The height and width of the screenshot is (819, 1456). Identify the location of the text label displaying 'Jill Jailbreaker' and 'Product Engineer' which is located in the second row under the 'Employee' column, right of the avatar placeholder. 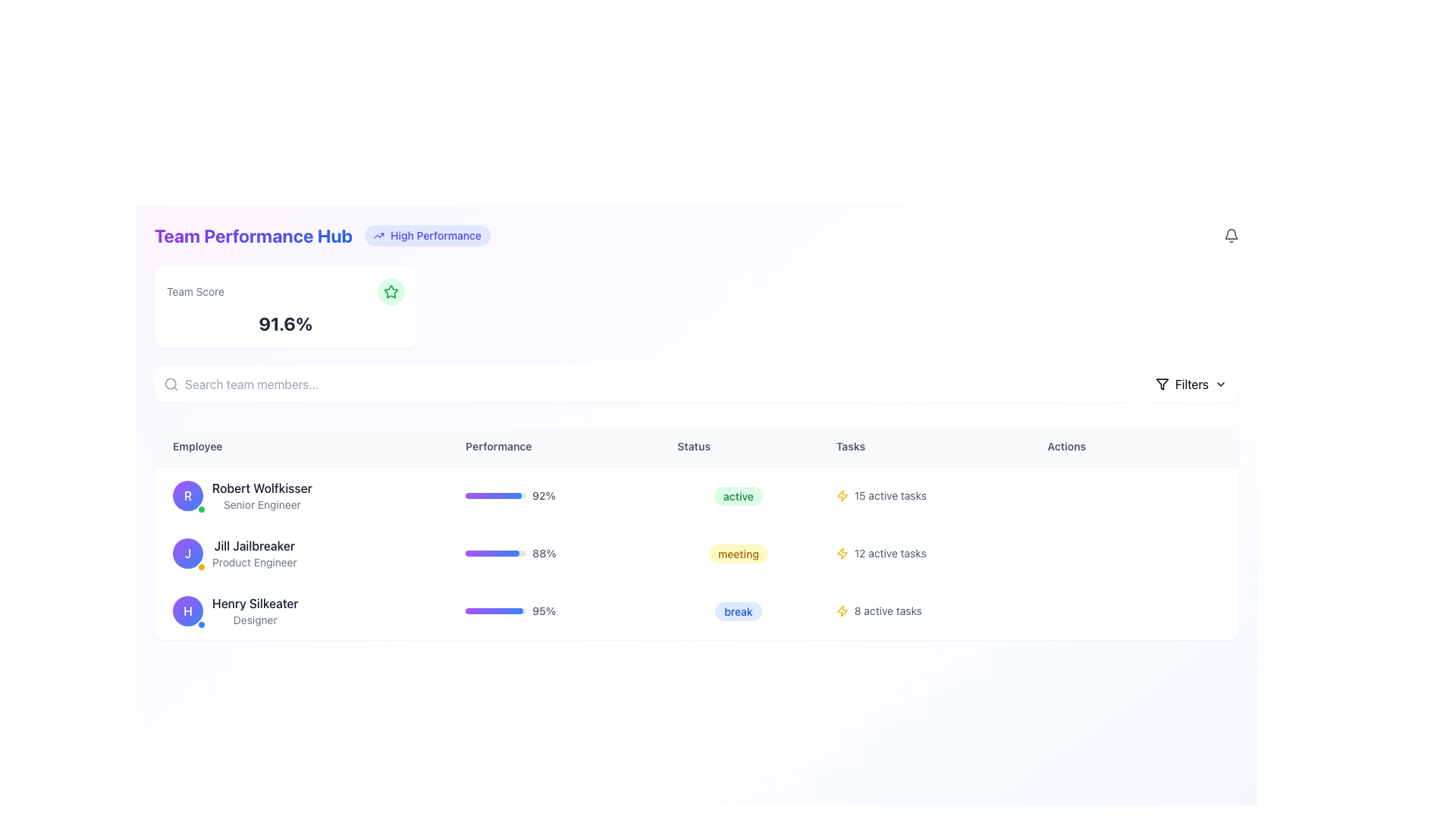
(254, 553).